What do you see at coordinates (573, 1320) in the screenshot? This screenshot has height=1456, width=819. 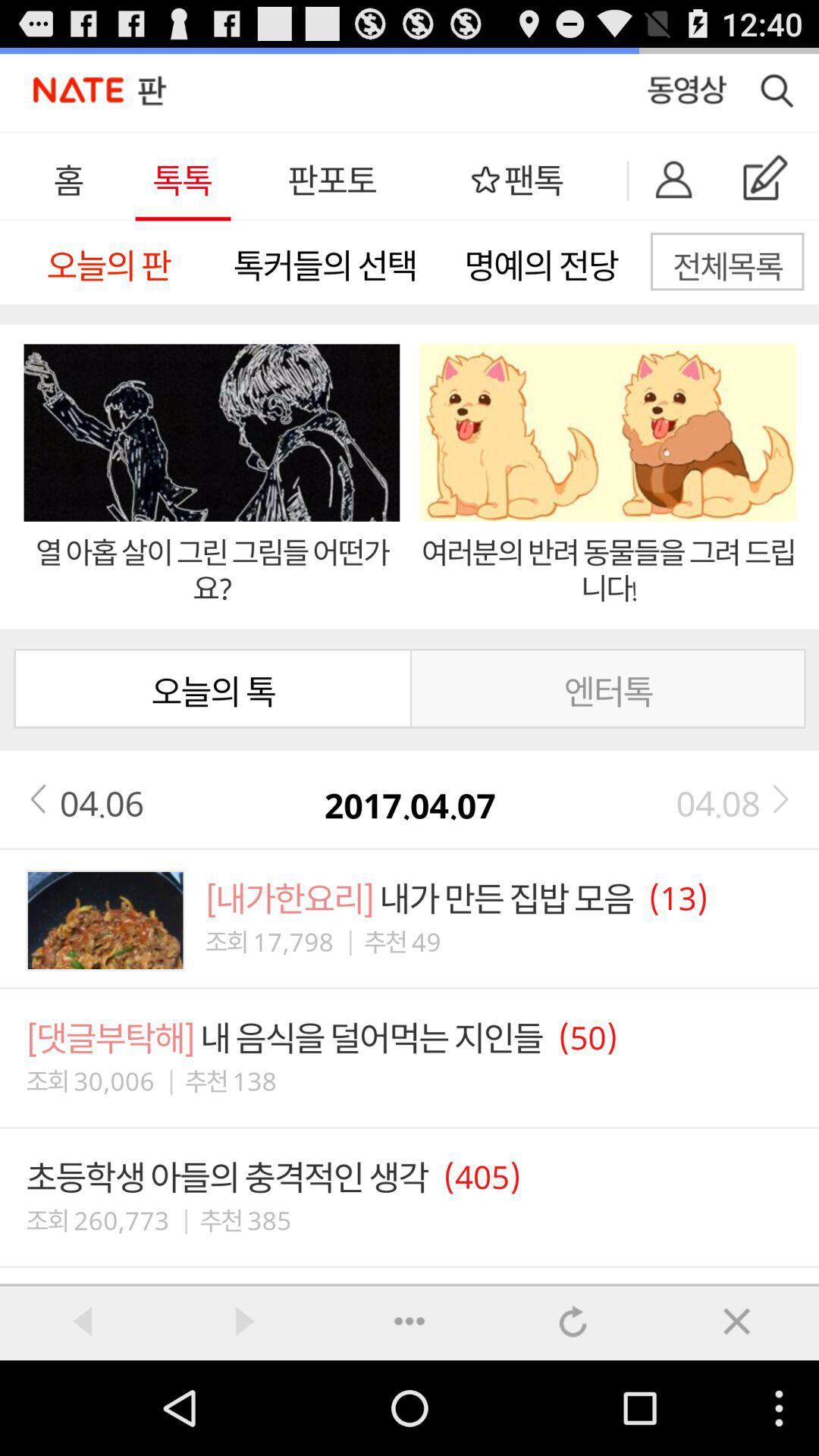 I see `refreshing option` at bounding box center [573, 1320].